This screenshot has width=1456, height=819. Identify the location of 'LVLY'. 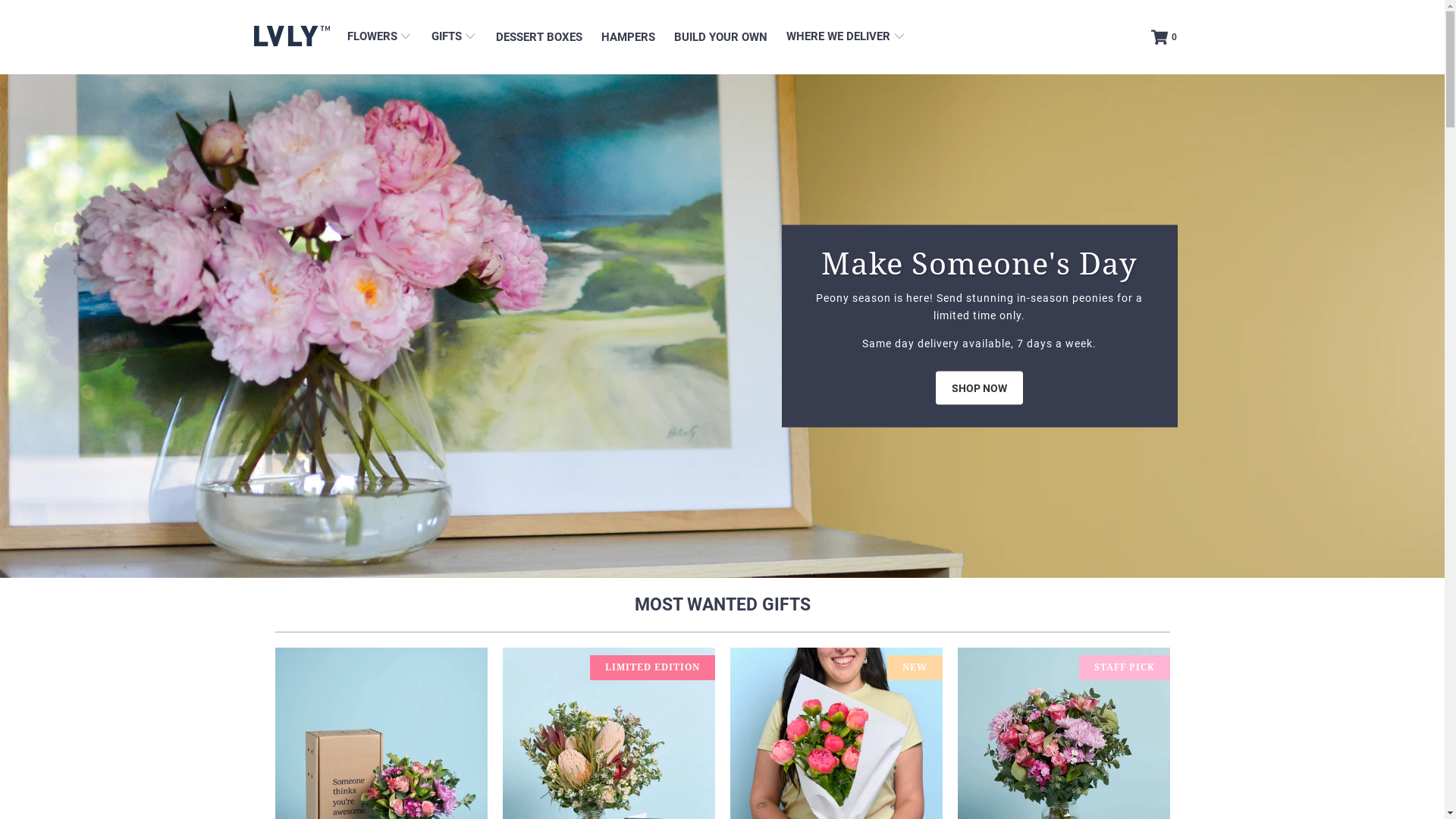
(291, 36).